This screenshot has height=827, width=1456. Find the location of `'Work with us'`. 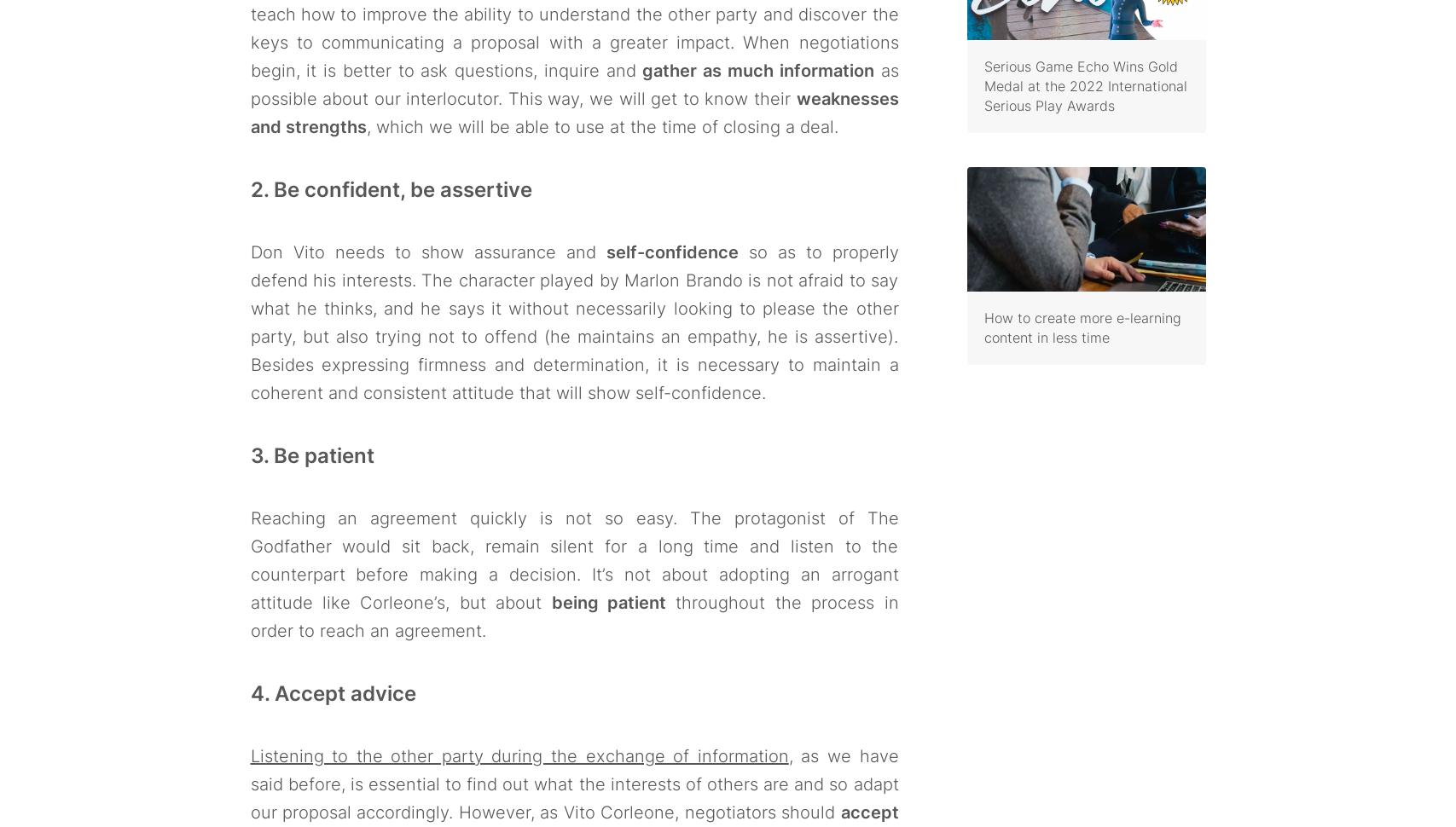

'Work with us' is located at coordinates (1017, 598).